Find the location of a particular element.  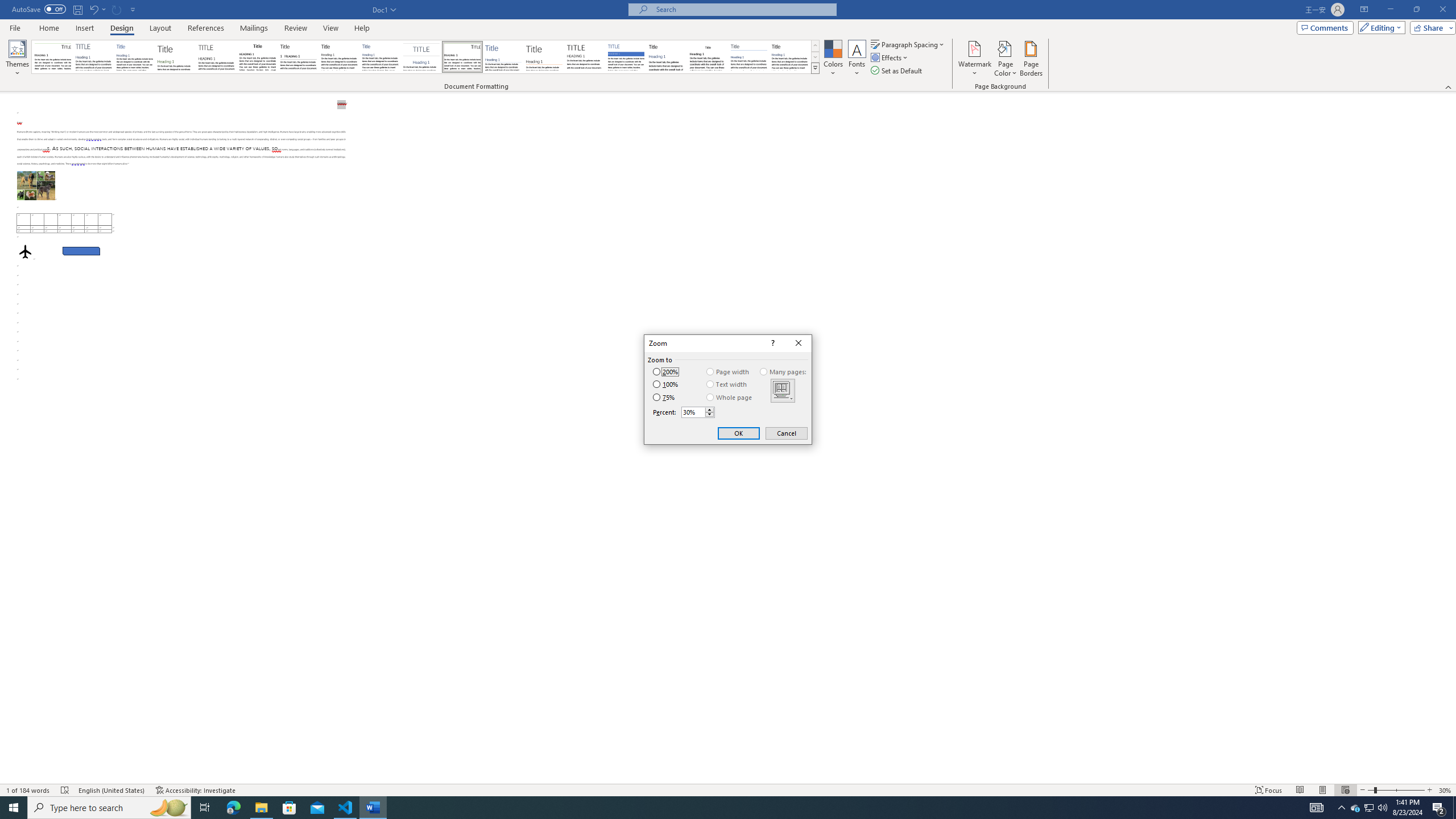

'Black & White (Capitalized)' is located at coordinates (216, 56).